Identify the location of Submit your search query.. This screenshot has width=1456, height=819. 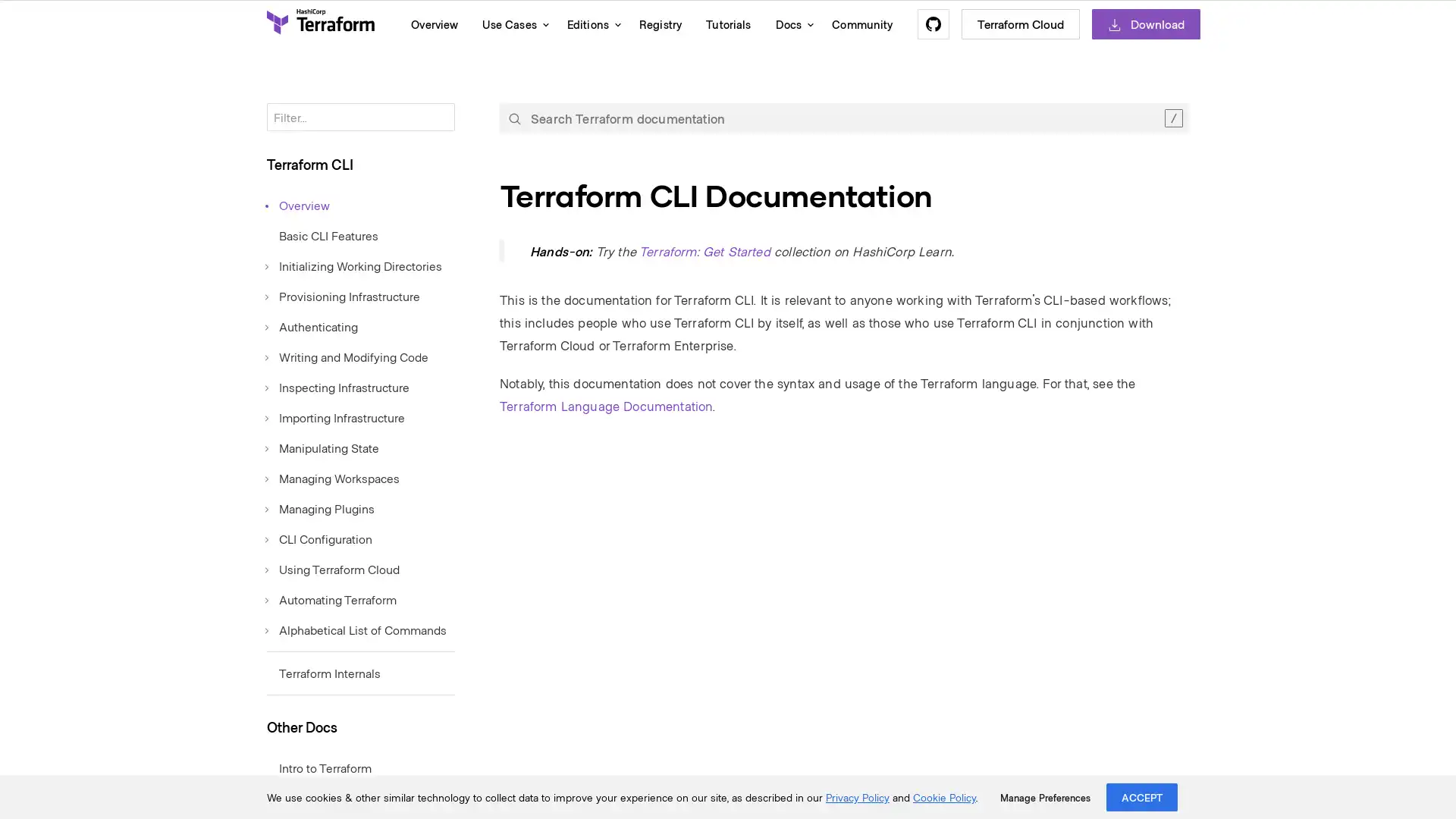
(514, 117).